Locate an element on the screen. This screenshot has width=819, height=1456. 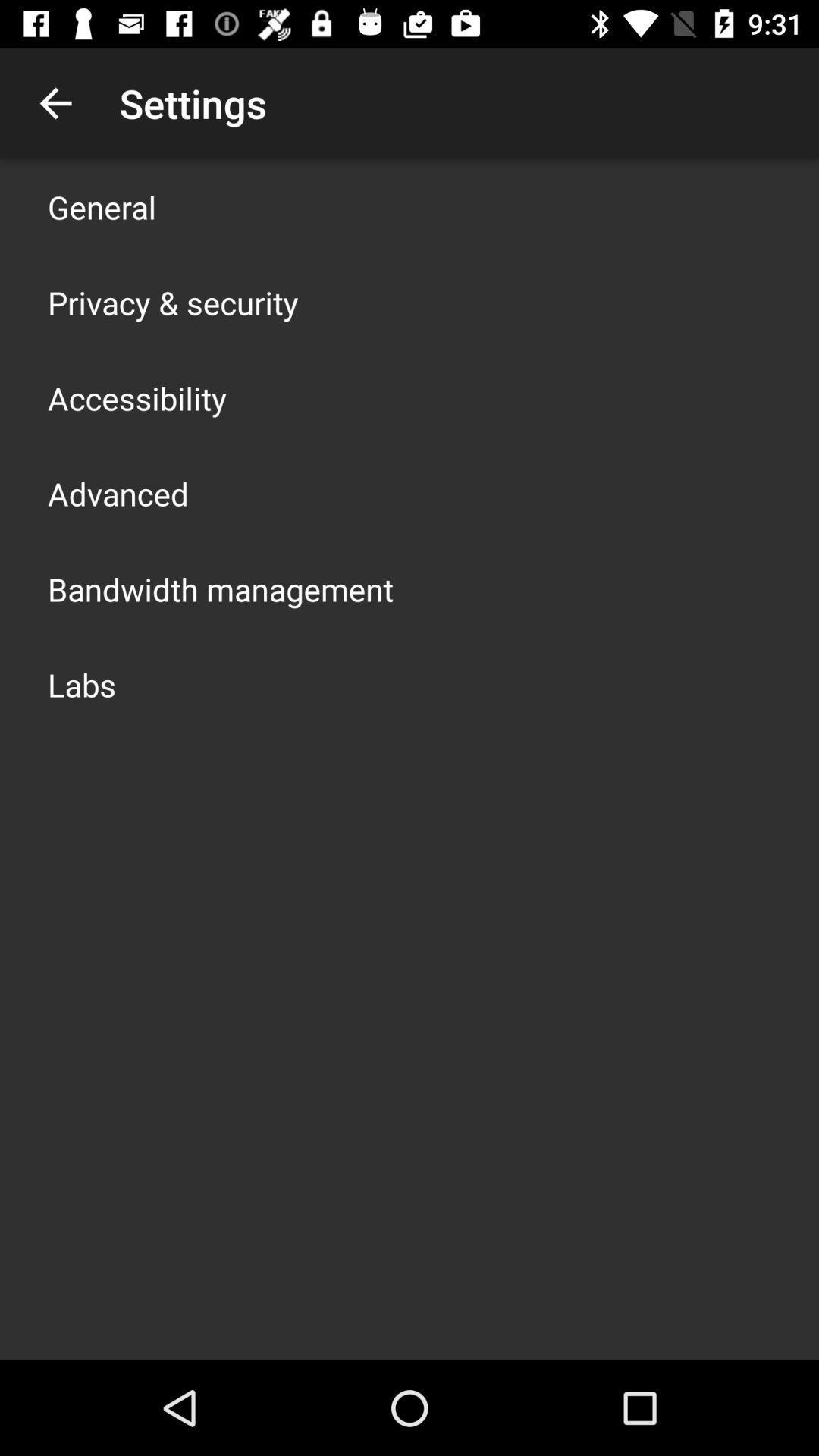
item above general icon is located at coordinates (55, 102).